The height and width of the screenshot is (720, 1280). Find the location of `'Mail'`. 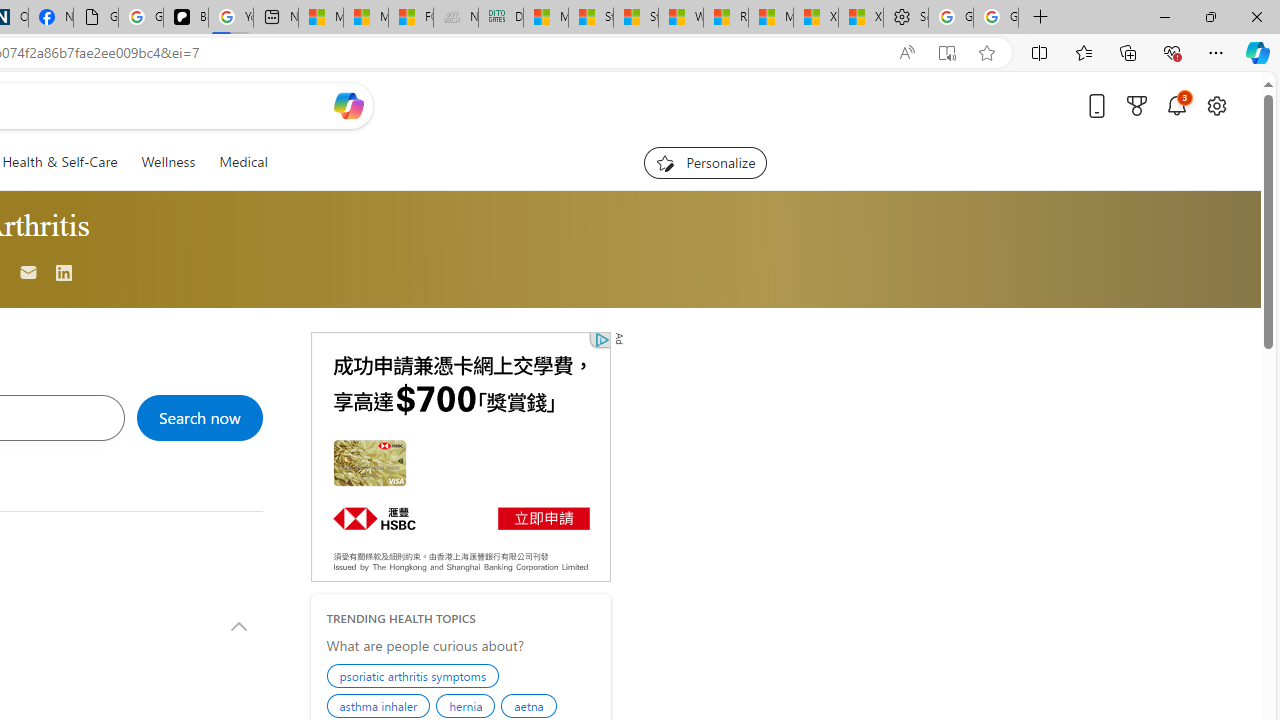

'Mail' is located at coordinates (29, 273).